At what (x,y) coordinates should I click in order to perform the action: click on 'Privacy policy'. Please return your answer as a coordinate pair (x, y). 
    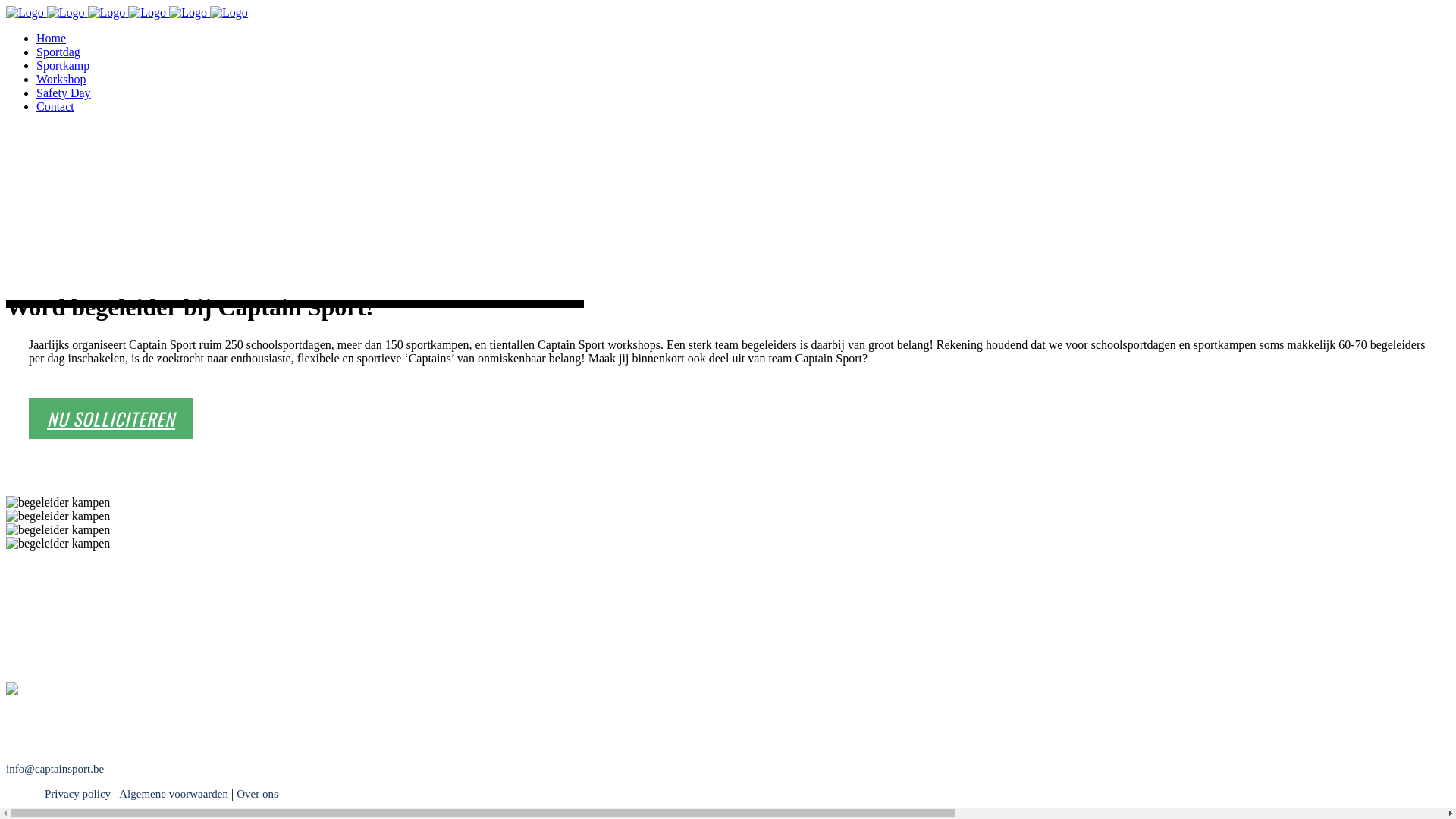
    Looking at the image, I should click on (64, 792).